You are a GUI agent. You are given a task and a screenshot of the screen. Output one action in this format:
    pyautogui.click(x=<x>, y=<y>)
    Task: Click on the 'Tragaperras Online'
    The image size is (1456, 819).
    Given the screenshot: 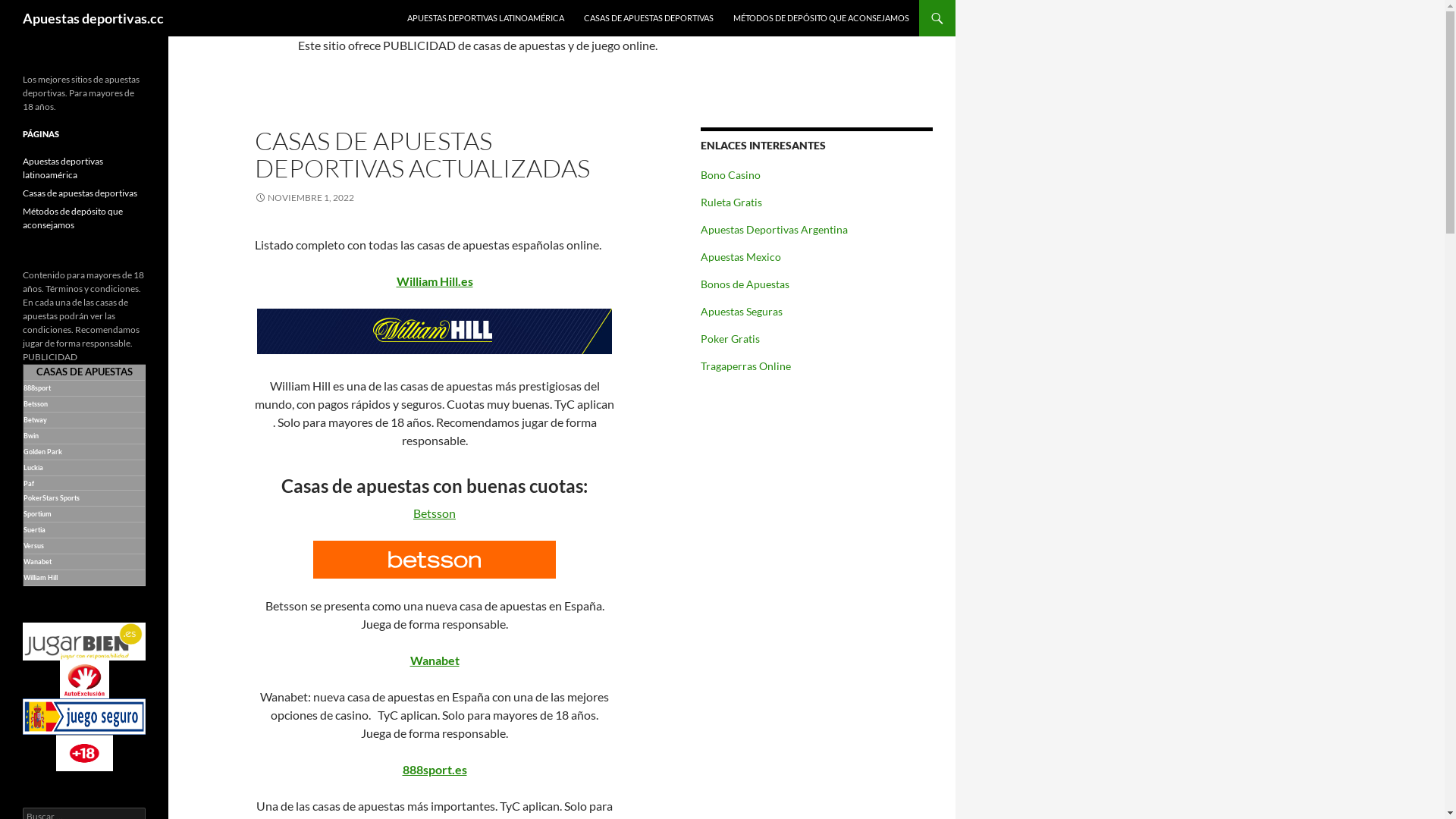 What is the action you would take?
    pyautogui.click(x=745, y=366)
    